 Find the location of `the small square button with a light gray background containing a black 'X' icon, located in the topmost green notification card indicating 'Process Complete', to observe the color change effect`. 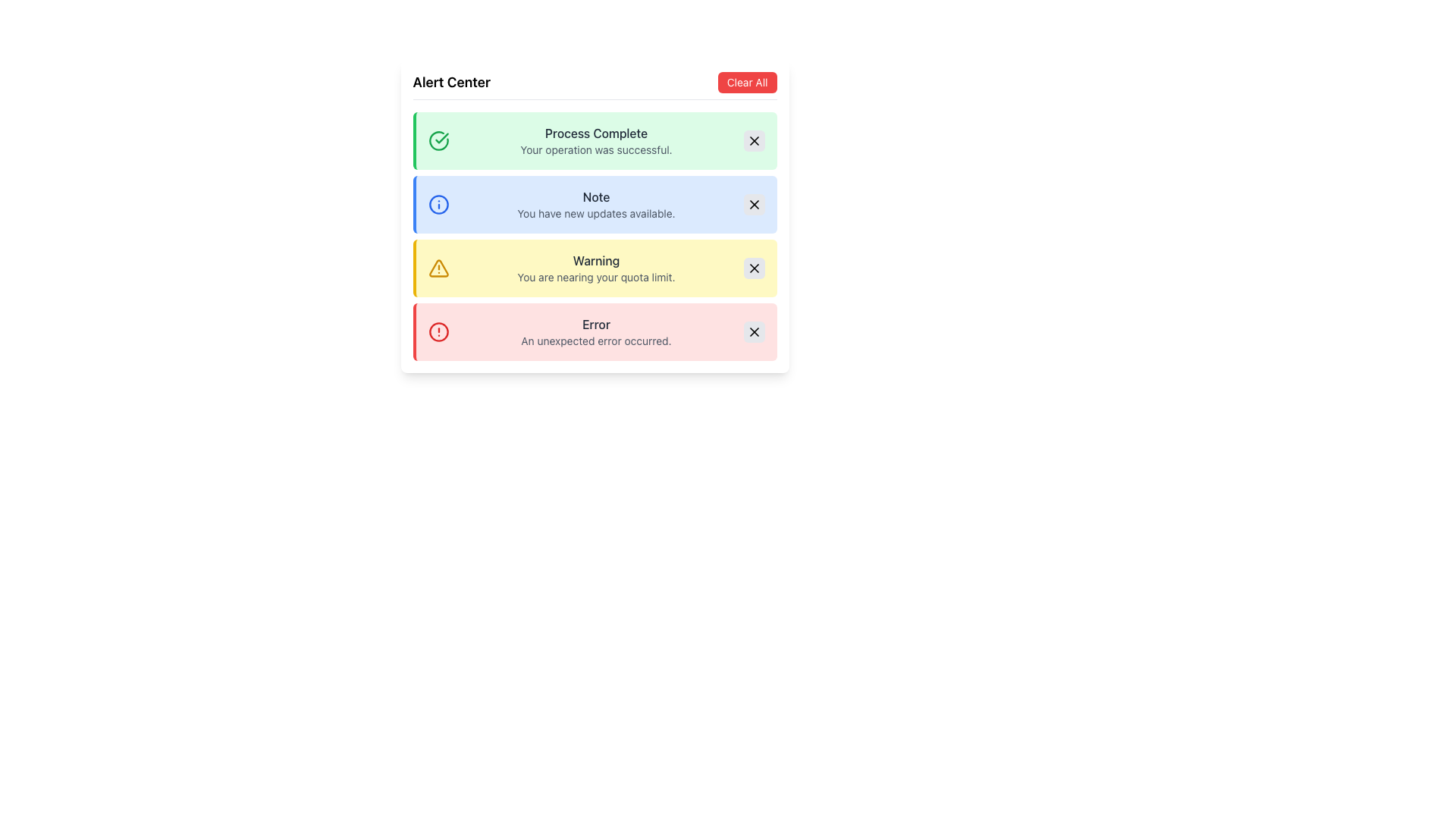

the small square button with a light gray background containing a black 'X' icon, located in the topmost green notification card indicating 'Process Complete', to observe the color change effect is located at coordinates (754, 140).